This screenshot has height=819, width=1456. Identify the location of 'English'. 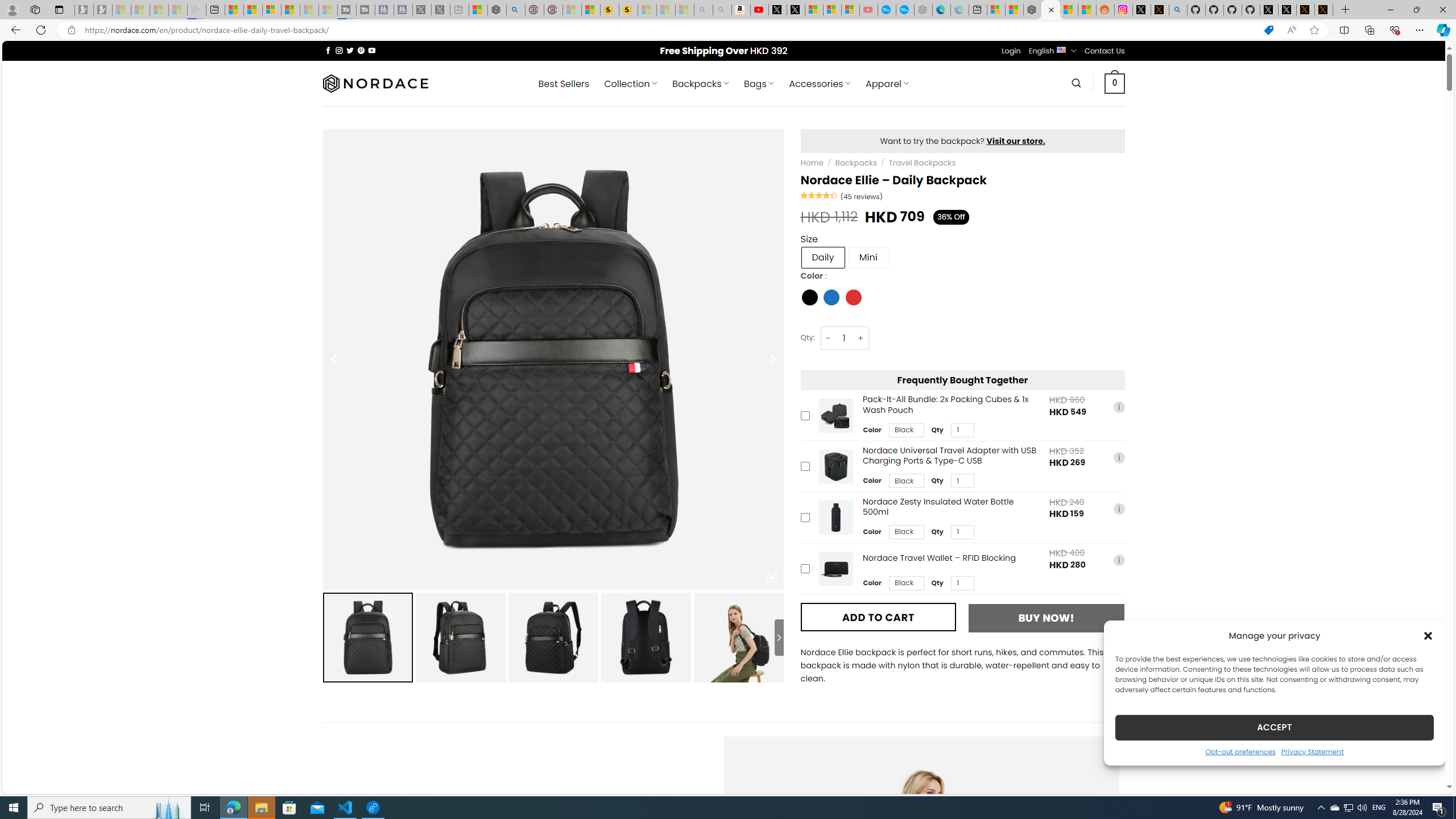
(1061, 49).